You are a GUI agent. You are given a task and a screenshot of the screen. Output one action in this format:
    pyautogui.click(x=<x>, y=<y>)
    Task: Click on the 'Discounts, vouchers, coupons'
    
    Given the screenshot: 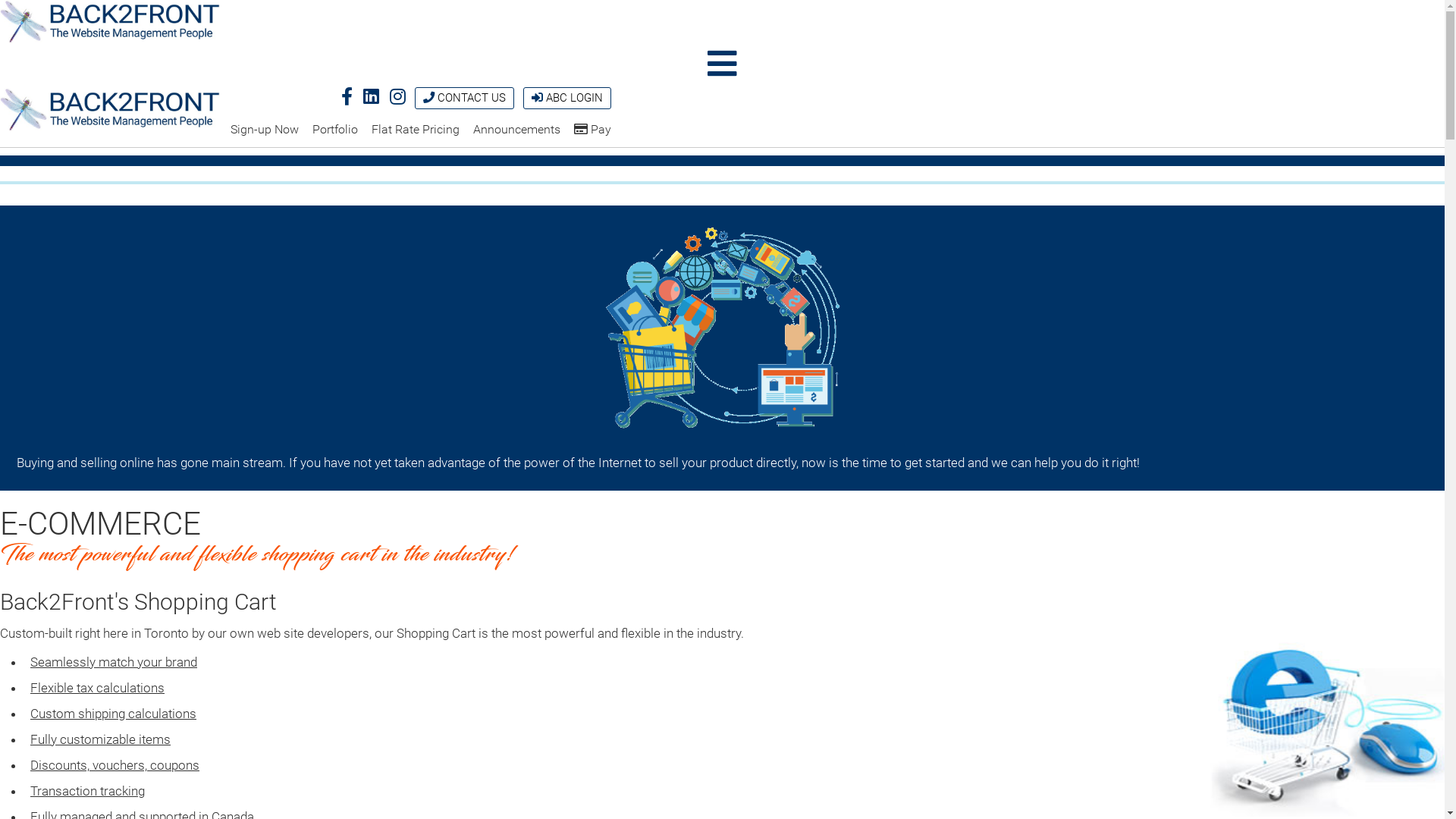 What is the action you would take?
    pyautogui.click(x=114, y=765)
    